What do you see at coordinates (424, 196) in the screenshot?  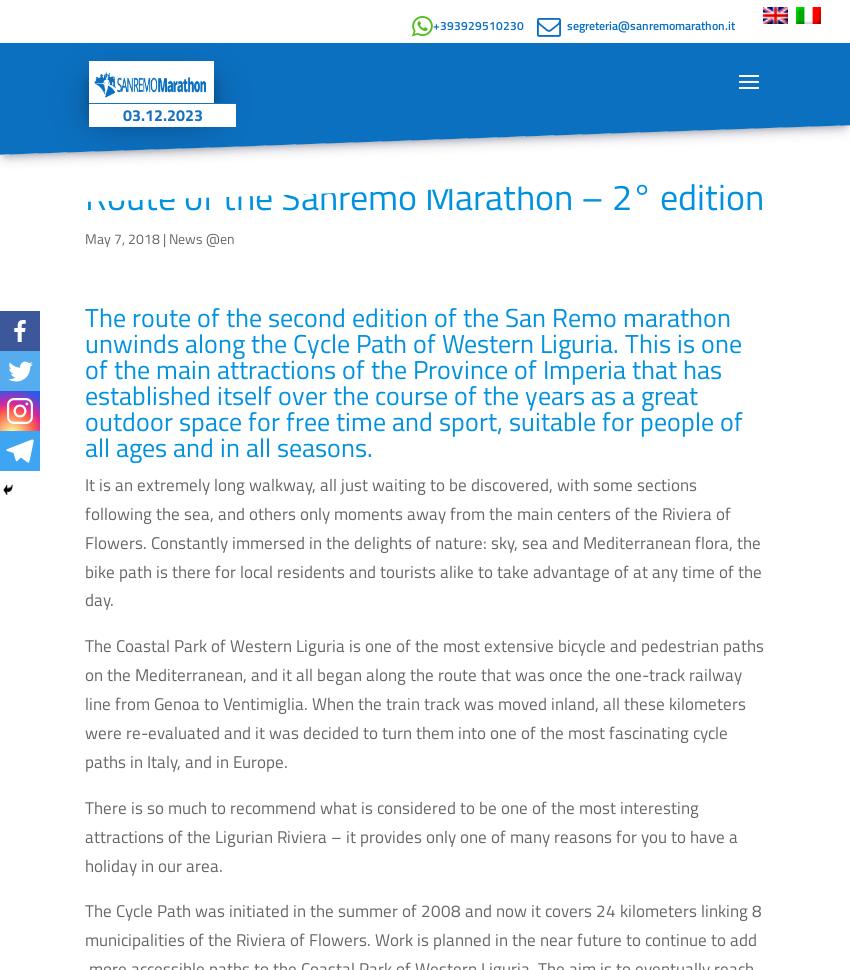 I see `'Route of the Sanremo Marathon – 2° edition'` at bounding box center [424, 196].